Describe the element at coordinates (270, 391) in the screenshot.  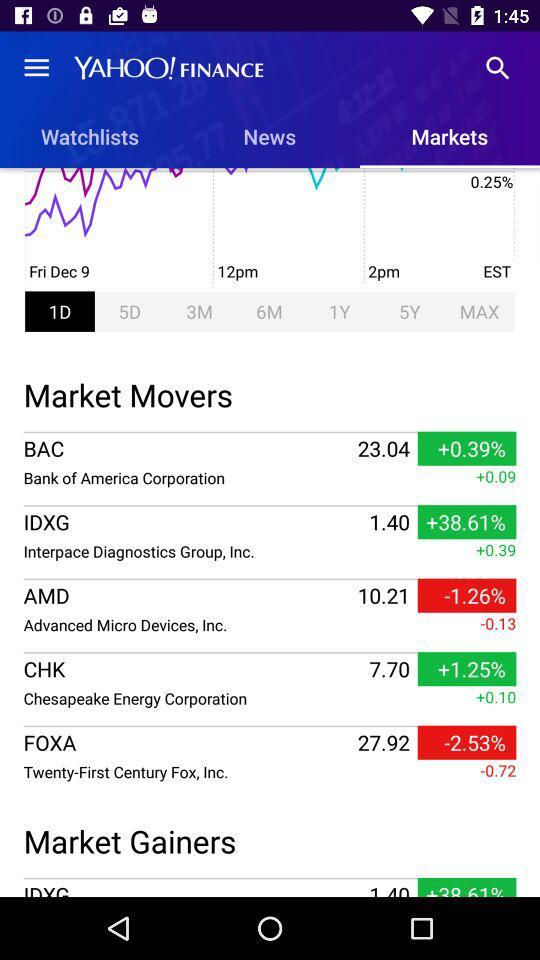
I see `the market movers` at that location.